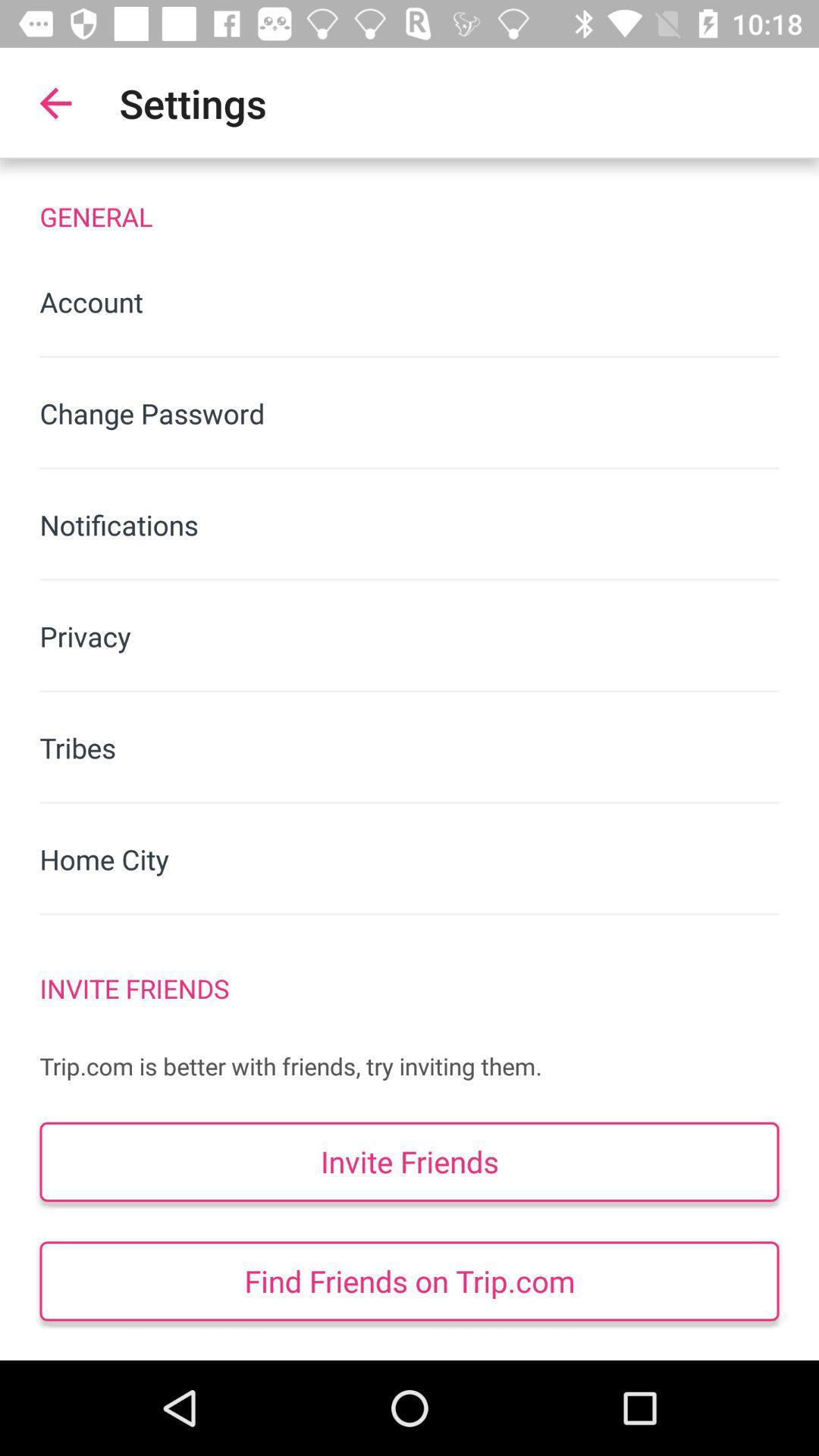 The width and height of the screenshot is (819, 1456). Describe the element at coordinates (409, 1280) in the screenshot. I see `the find friends on icon` at that location.